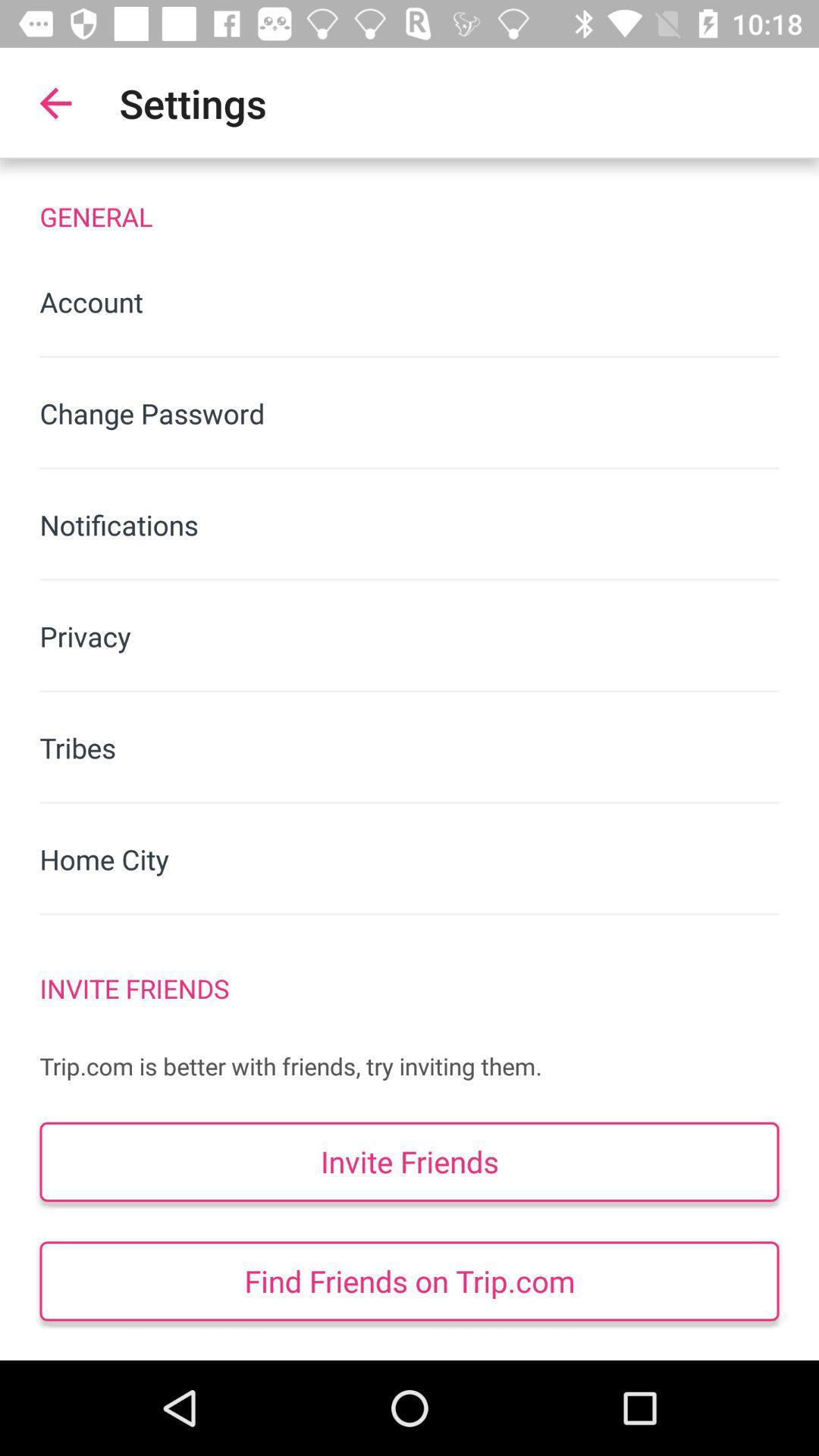 The width and height of the screenshot is (819, 1456). Describe the element at coordinates (409, 1280) in the screenshot. I see `the find friends on icon` at that location.